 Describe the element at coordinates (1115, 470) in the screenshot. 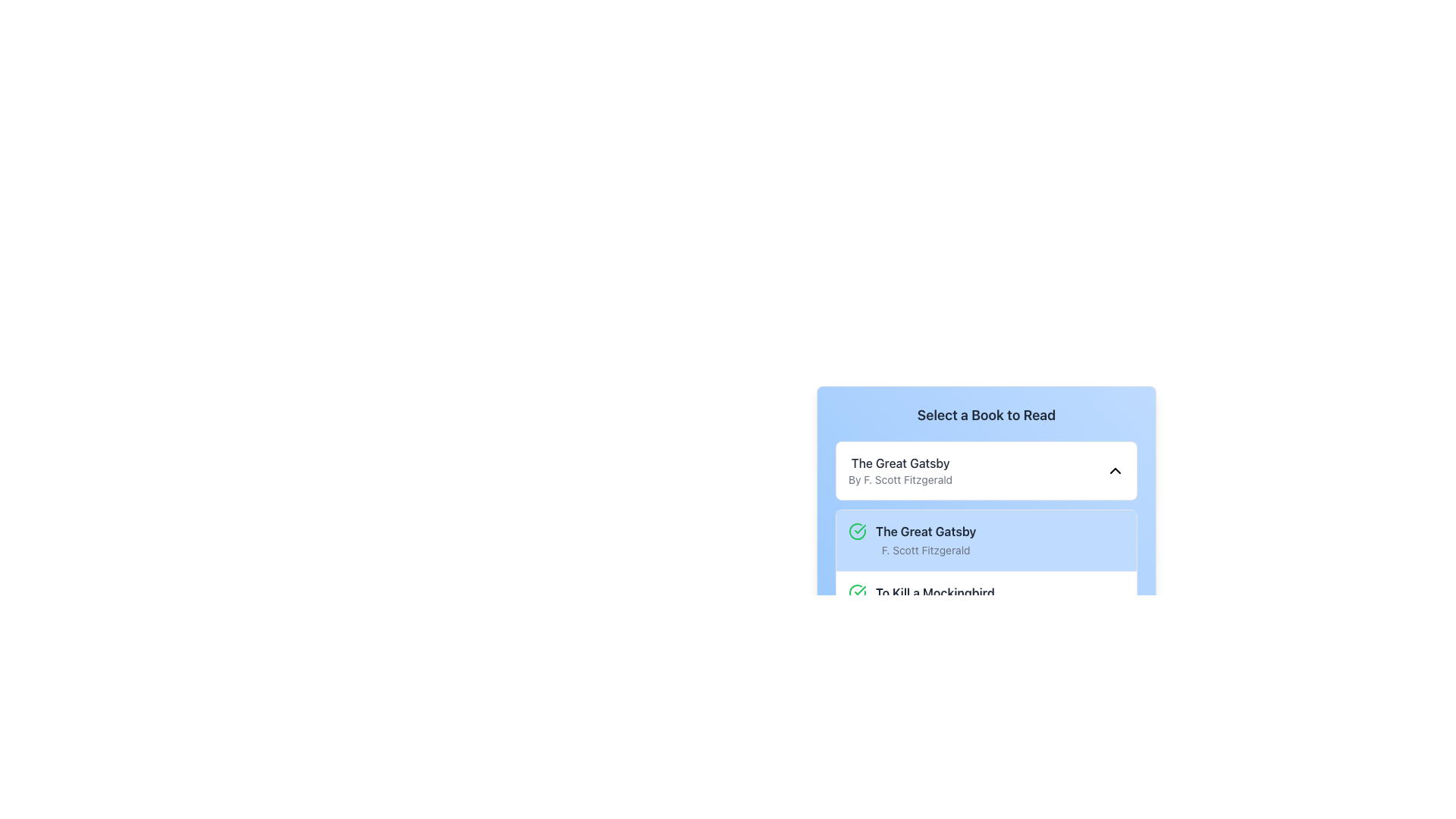

I see `the chevron icon indicating expandability or collapsibility of 'The Great Gatsby By F. Scott Fitzgerald'` at that location.